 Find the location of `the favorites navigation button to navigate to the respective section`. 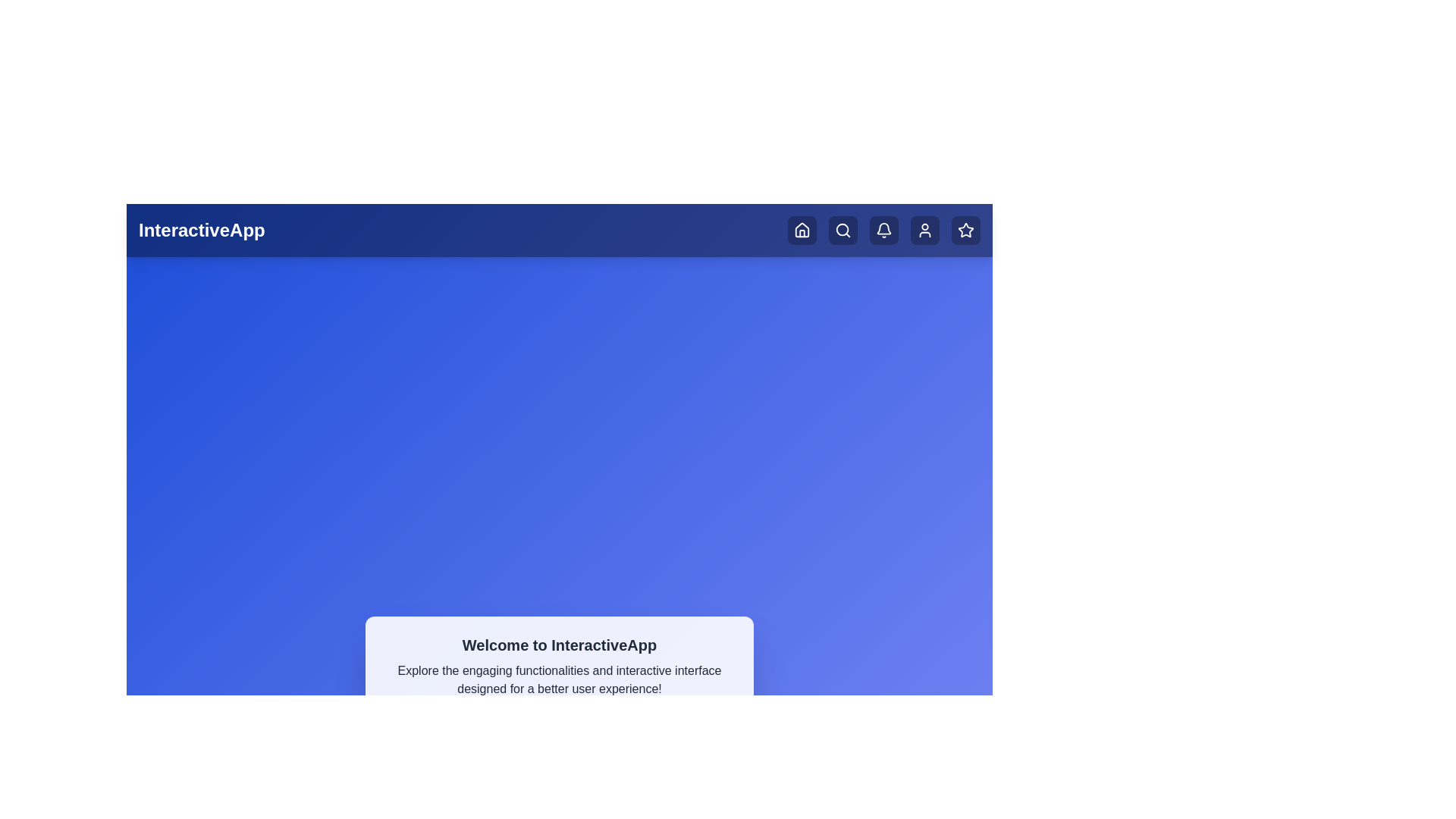

the favorites navigation button to navigate to the respective section is located at coordinates (965, 231).